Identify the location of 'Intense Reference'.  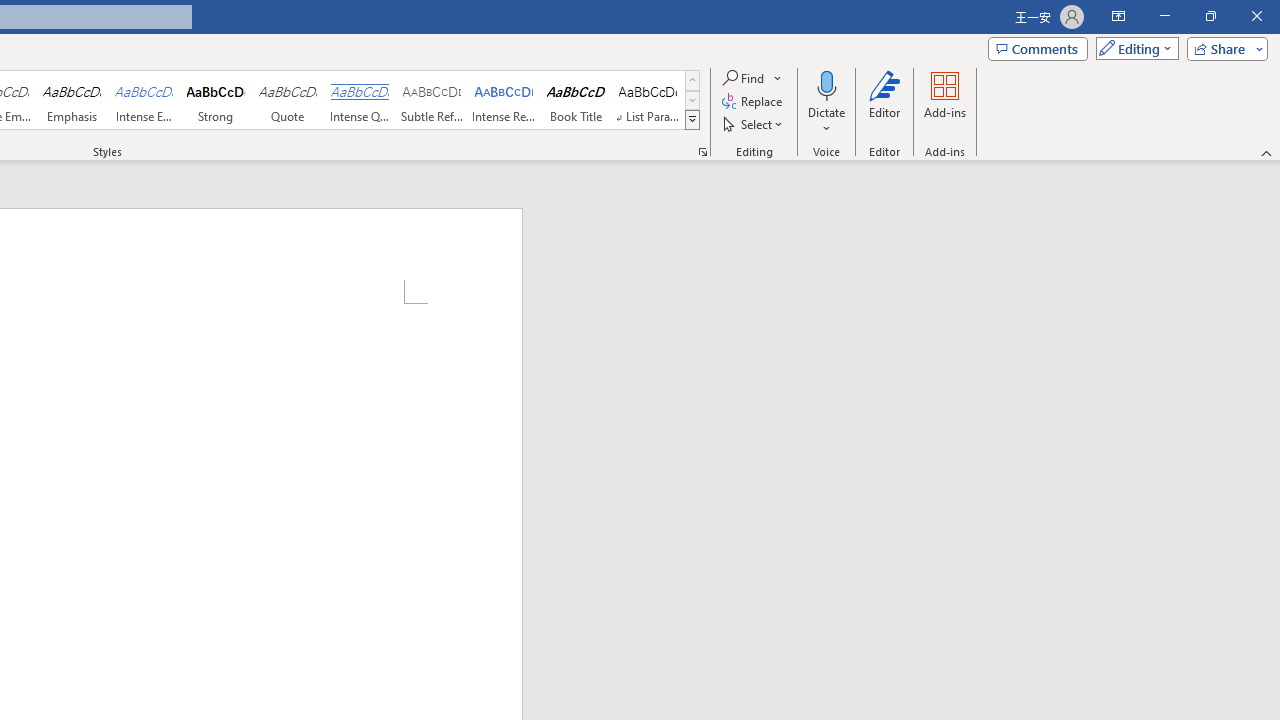
(504, 100).